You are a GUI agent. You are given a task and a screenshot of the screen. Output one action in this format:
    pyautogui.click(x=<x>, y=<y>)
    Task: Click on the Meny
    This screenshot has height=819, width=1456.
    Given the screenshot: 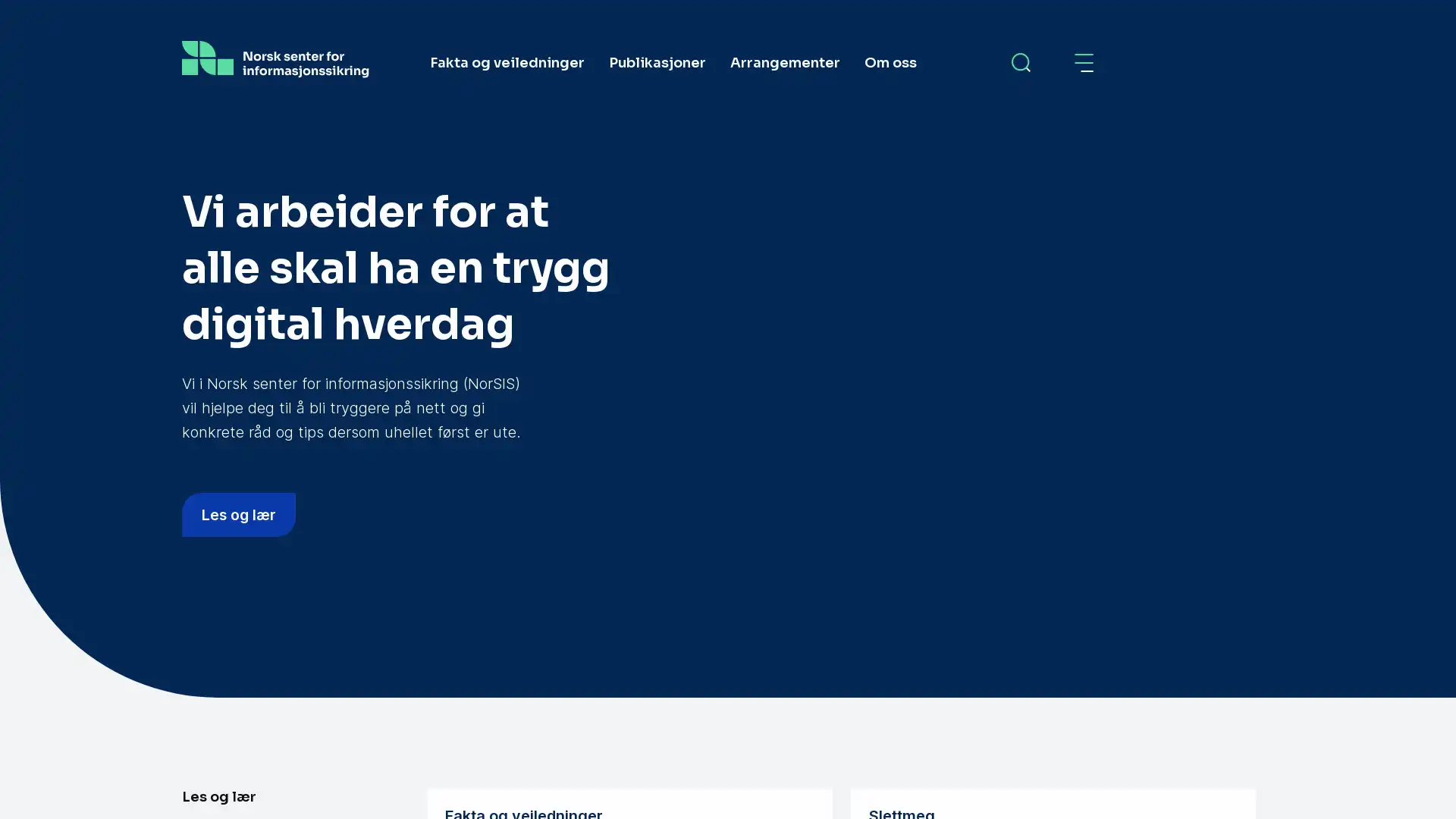 What is the action you would take?
    pyautogui.click(x=1084, y=62)
    